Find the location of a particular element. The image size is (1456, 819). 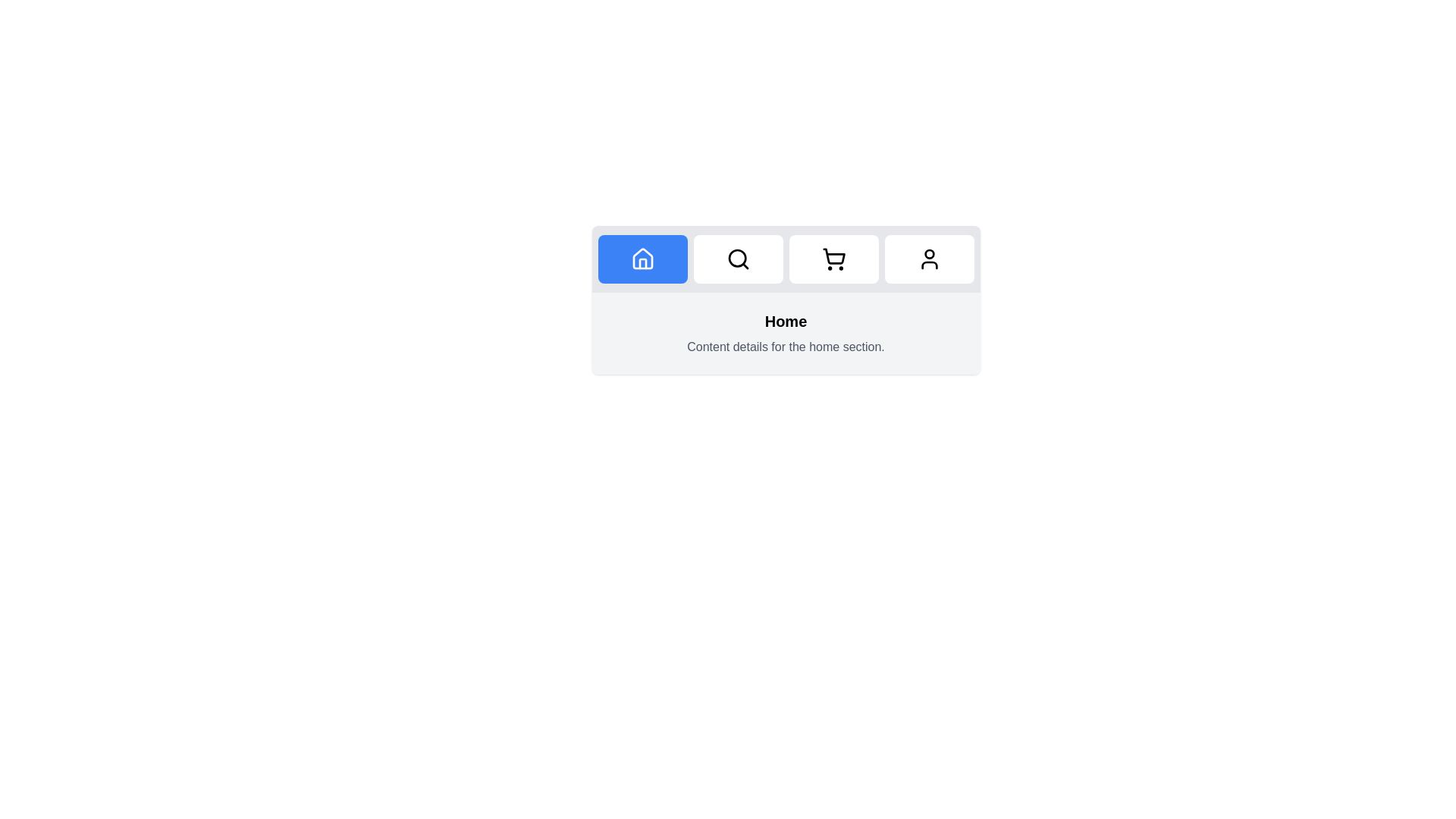

the non-interactive Text Label that serves as a header for the section, positioned centrally above a smaller text element and below a horizontal navigation menu is located at coordinates (786, 321).